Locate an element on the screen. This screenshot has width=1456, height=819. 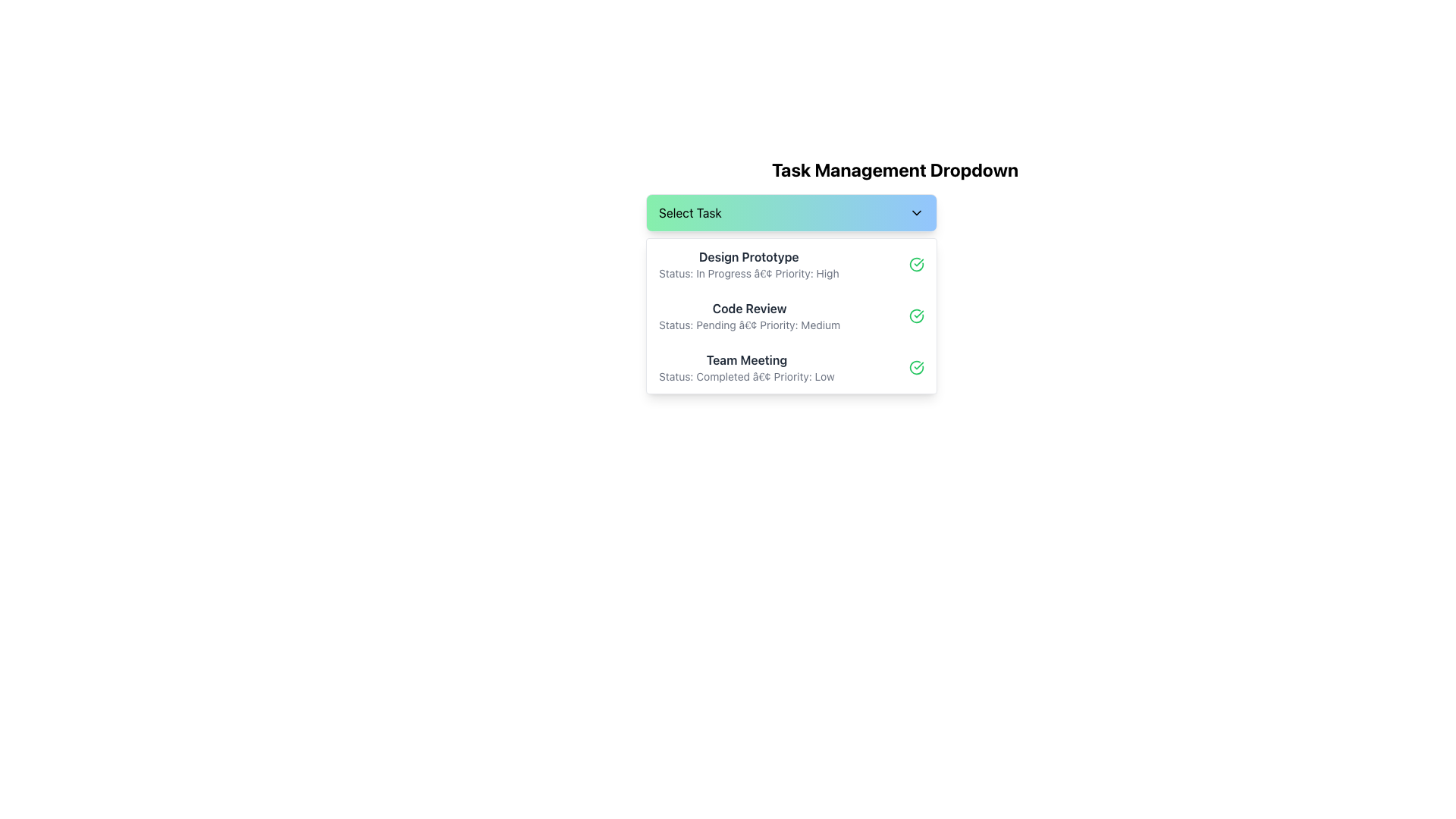
the status icon for the 'Code Review' task entry in the 'Task Management Dropdown' to check its state, which is located near the text 'Status: Pending • Priority: Medium' is located at coordinates (916, 315).